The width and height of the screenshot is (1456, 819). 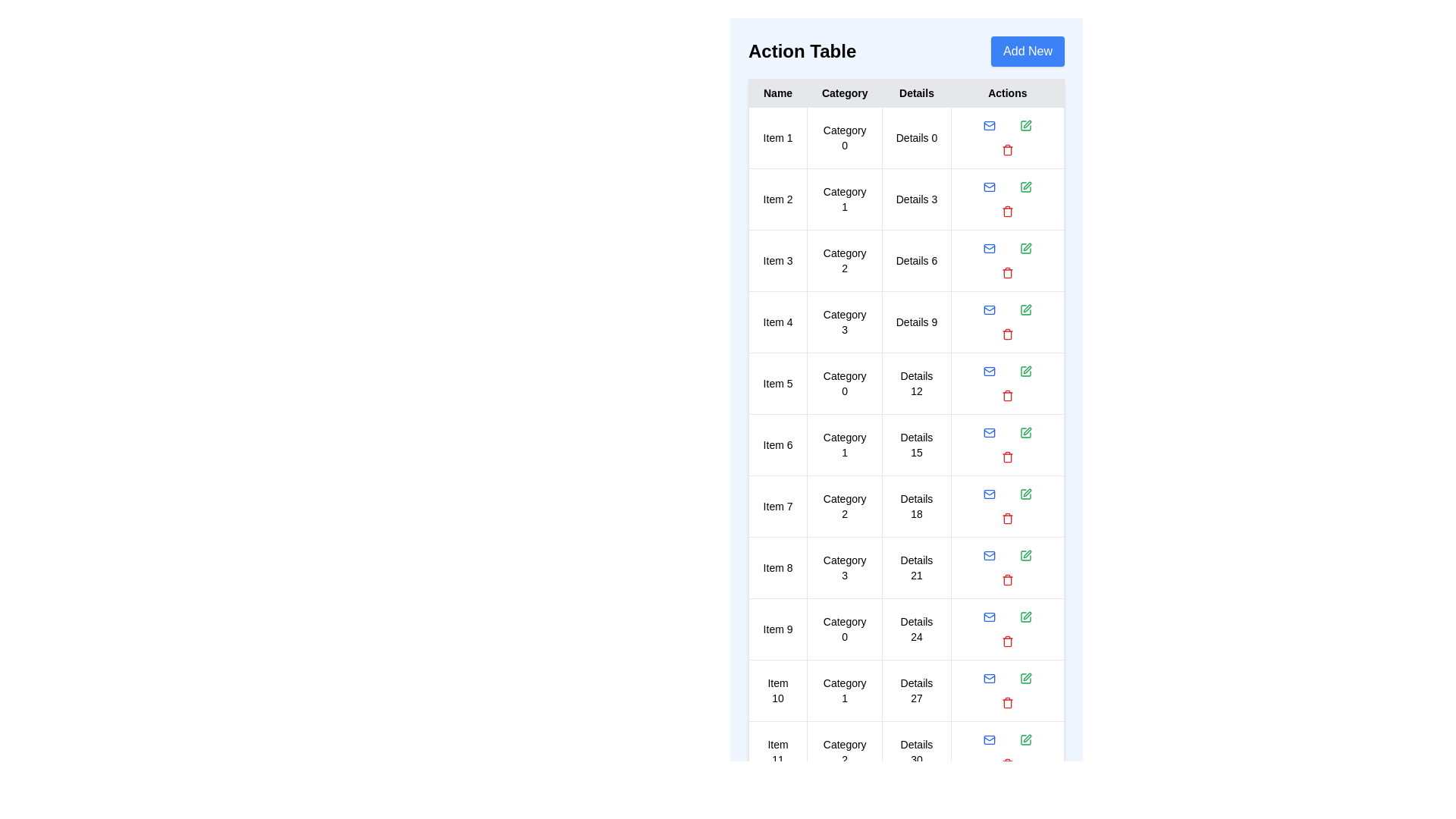 I want to click on the trash icon for the specified item to delete it, so click(x=1007, y=149).